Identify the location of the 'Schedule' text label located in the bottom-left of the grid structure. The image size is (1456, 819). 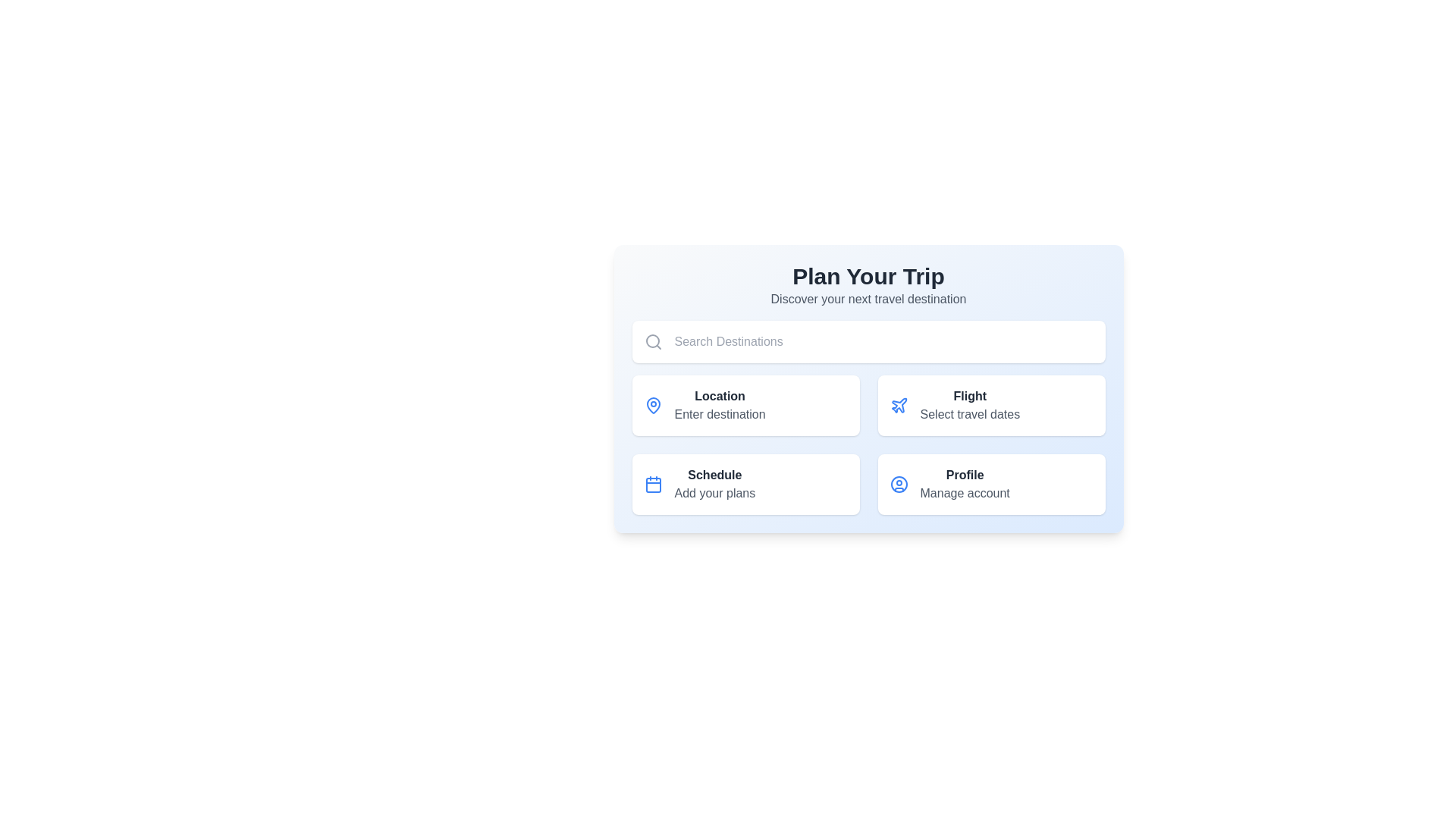
(714, 485).